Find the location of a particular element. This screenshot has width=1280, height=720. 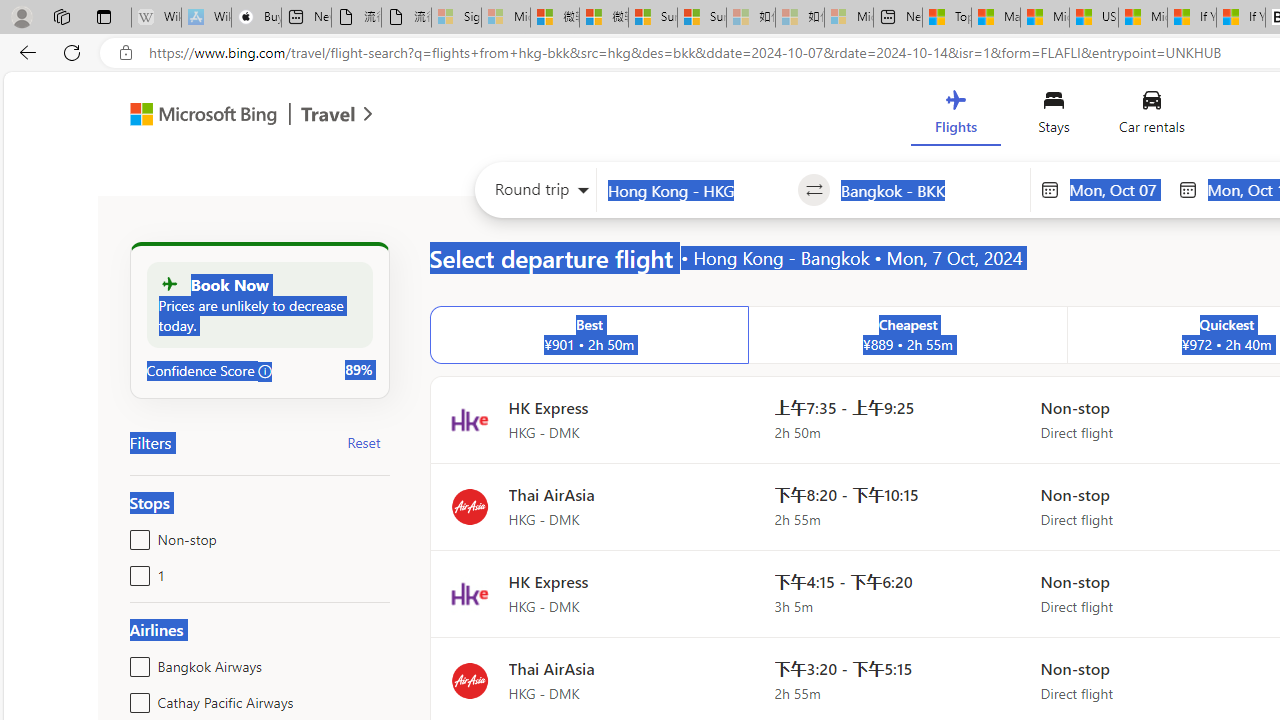

'Class: autosuggest-container full-height no-y-padding' is located at coordinates (929, 190).